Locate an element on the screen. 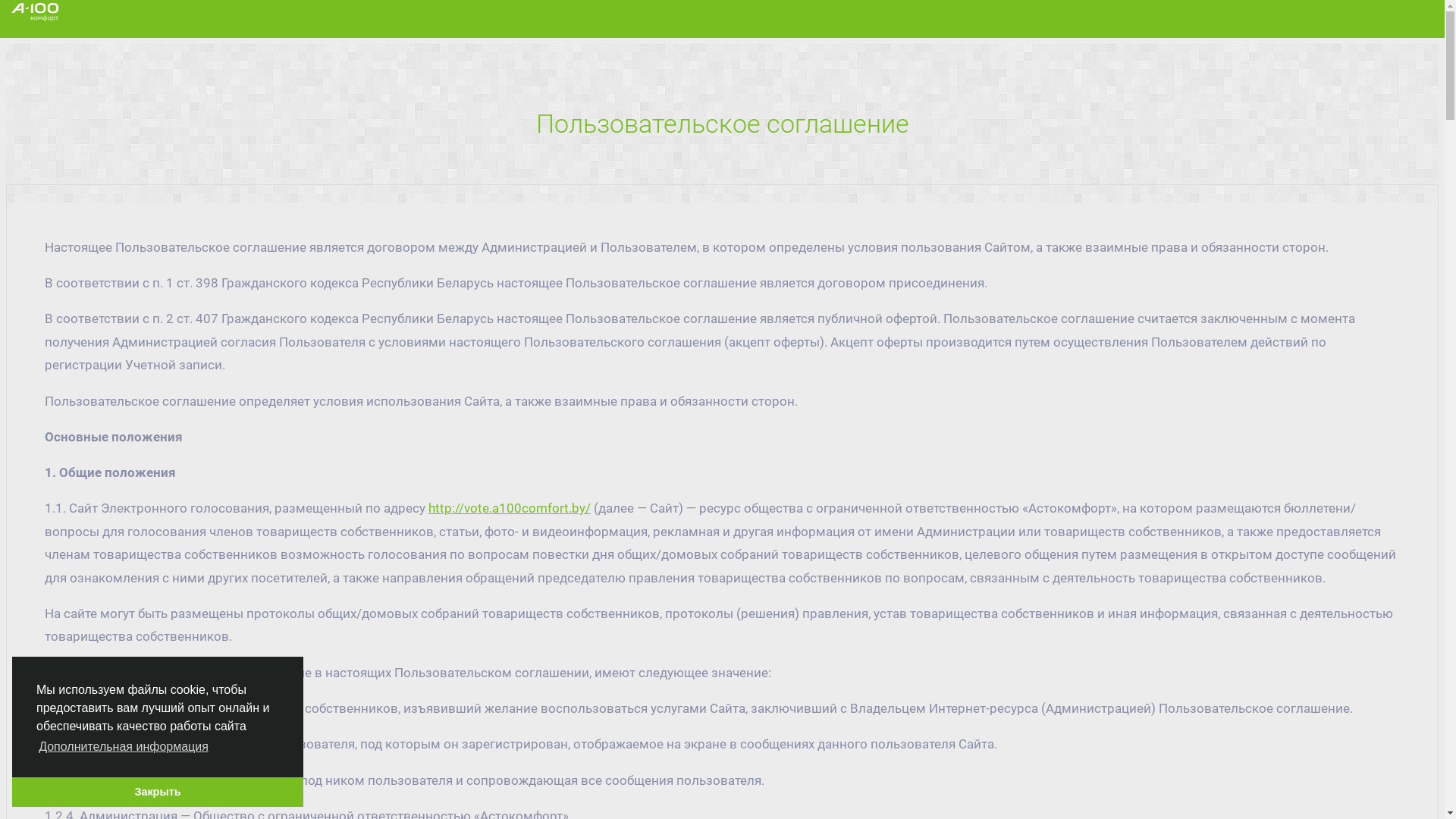  'http://vote.a100comfort.by/' is located at coordinates (510, 508).